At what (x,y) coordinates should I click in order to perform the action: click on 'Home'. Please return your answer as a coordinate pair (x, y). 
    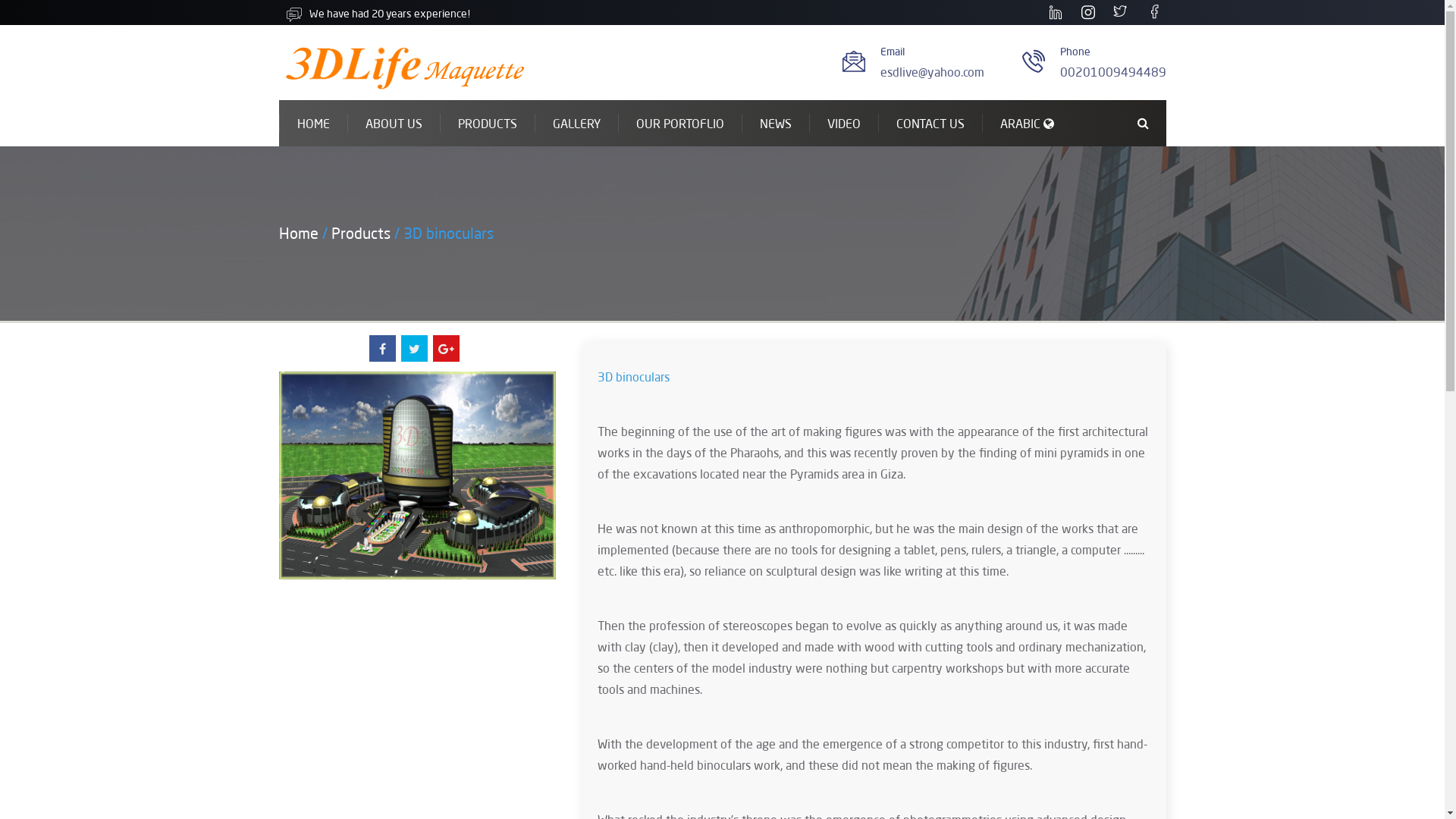
    Looking at the image, I should click on (298, 233).